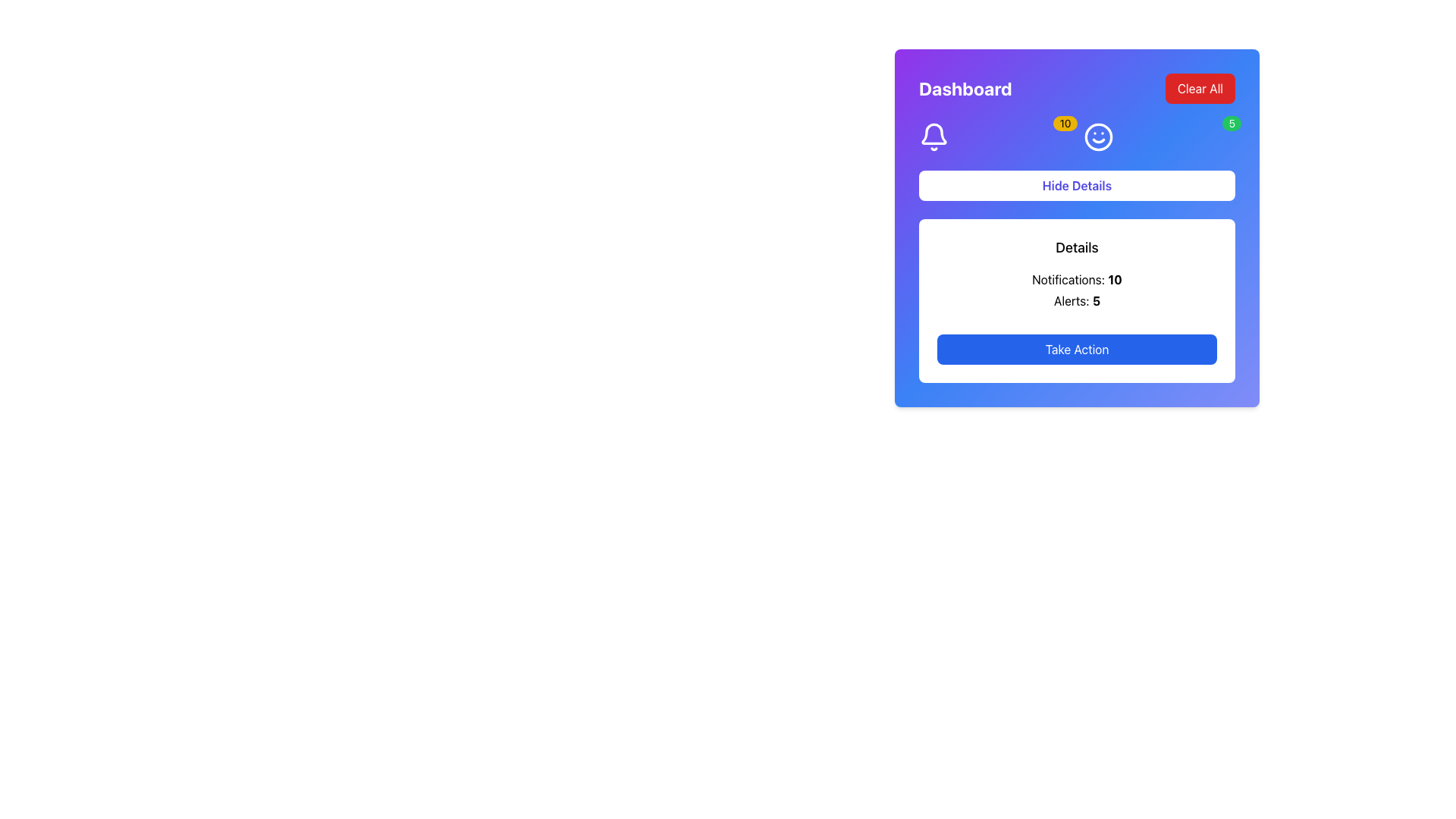 The height and width of the screenshot is (819, 1456). What do you see at coordinates (934, 137) in the screenshot?
I see `the bell icon notification indicator outlined in white against a purple background` at bounding box center [934, 137].